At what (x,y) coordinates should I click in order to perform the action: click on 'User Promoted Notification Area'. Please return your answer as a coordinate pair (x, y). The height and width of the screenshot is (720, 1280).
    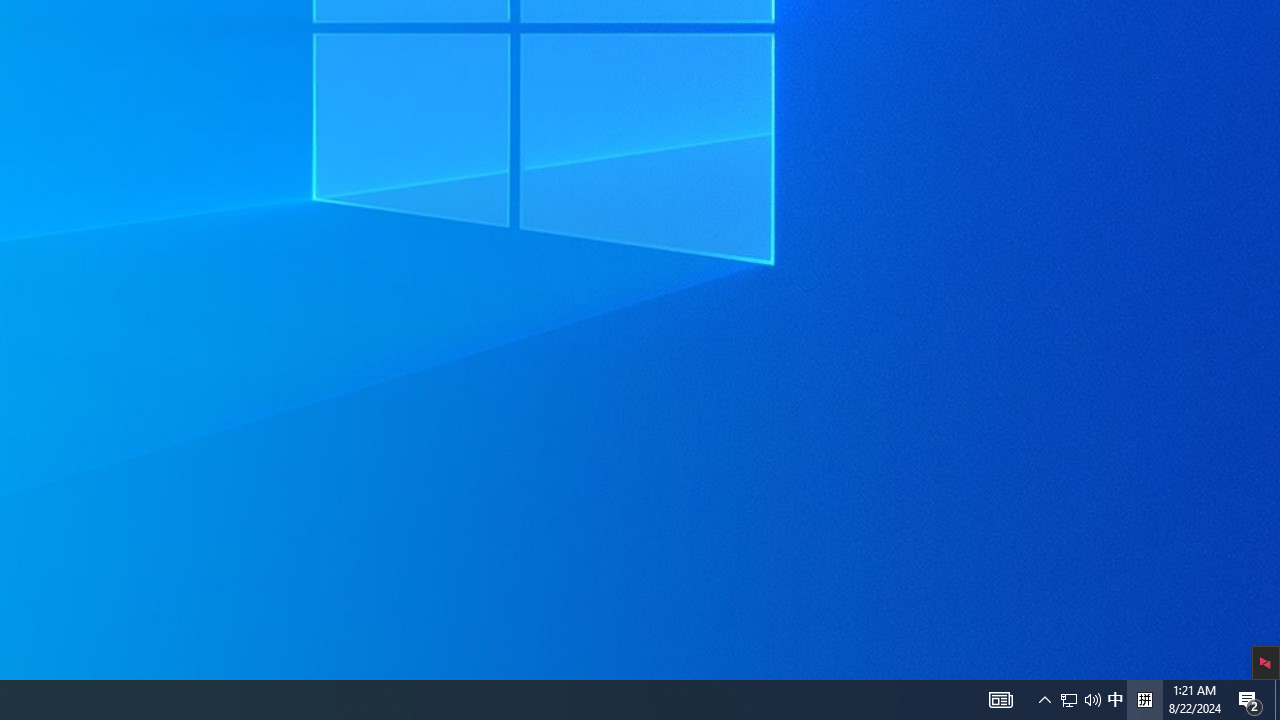
    Looking at the image, I should click on (1044, 698).